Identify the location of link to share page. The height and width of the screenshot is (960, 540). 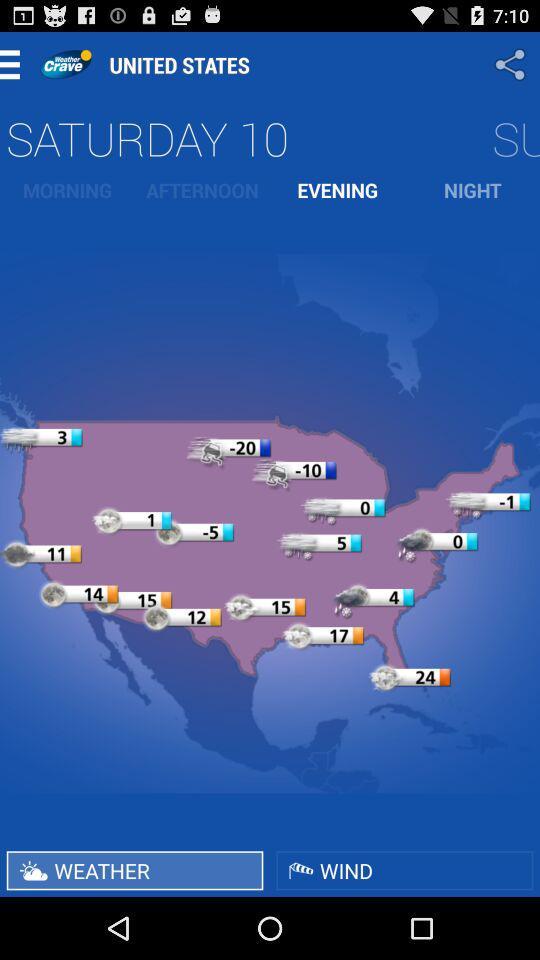
(512, 64).